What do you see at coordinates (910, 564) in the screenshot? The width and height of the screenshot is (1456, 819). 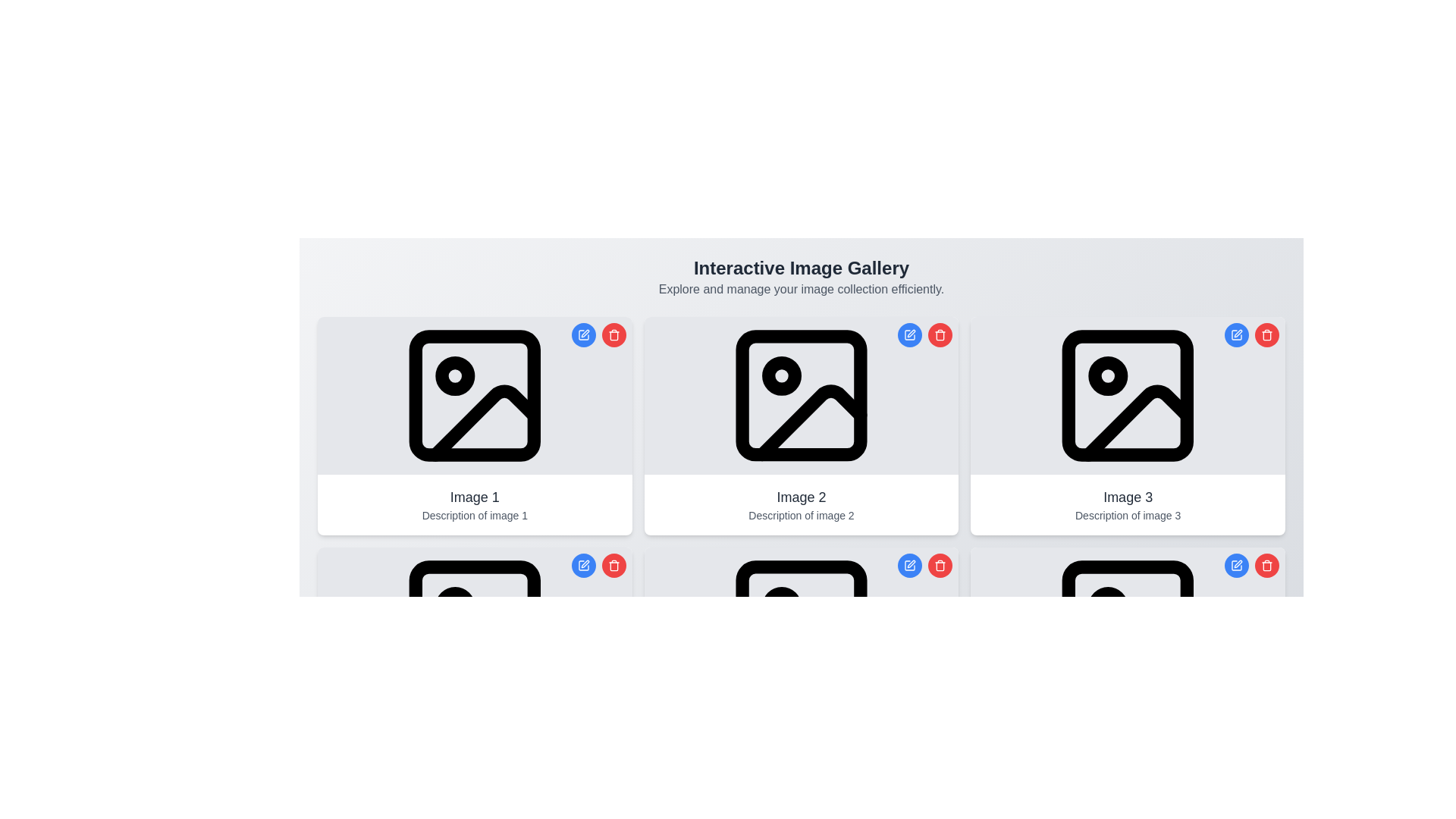 I see `the blue edit icon located in the top-right corner of the 'Image 2' card` at bounding box center [910, 564].